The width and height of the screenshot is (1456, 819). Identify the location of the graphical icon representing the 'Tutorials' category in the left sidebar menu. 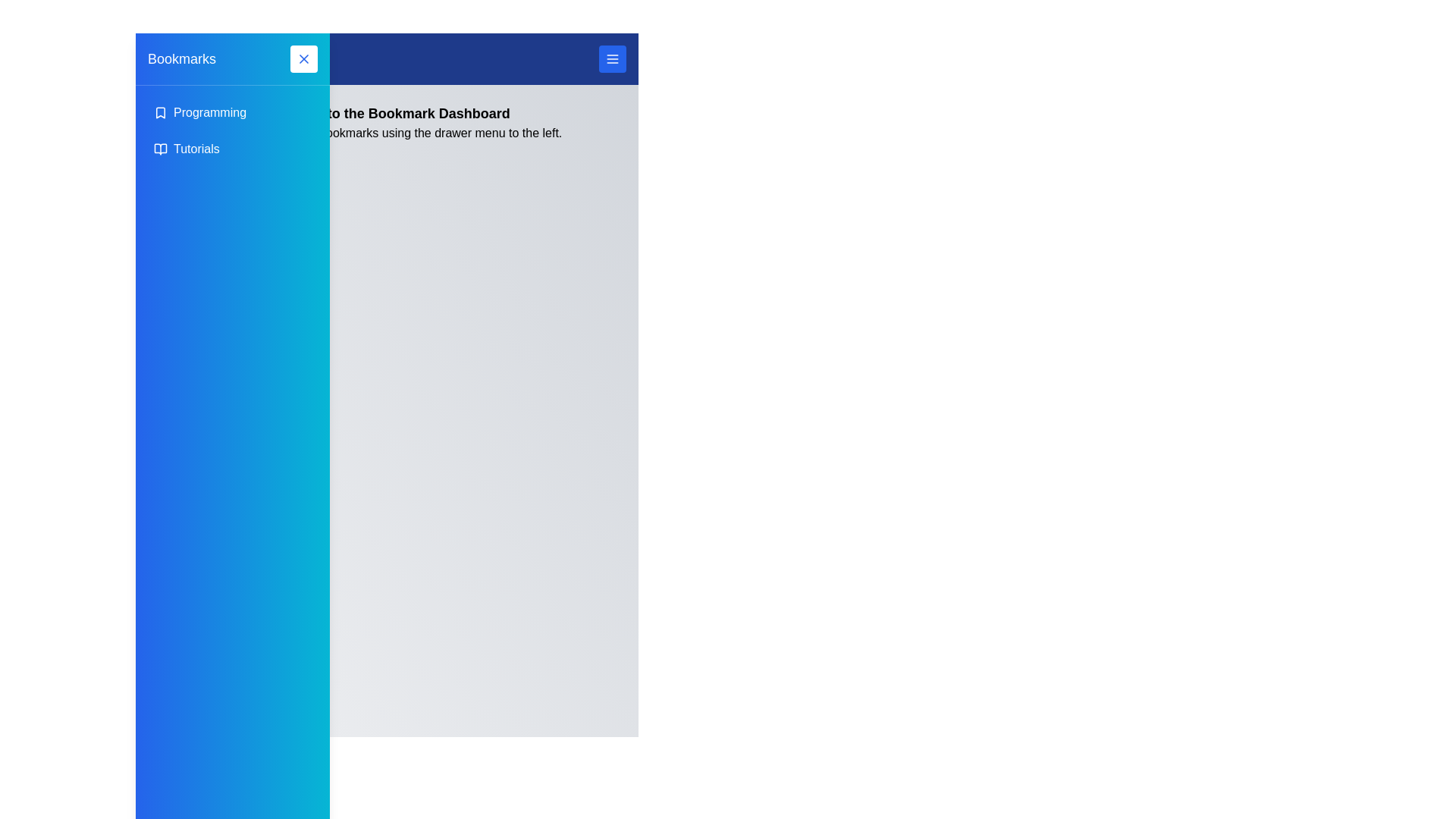
(160, 149).